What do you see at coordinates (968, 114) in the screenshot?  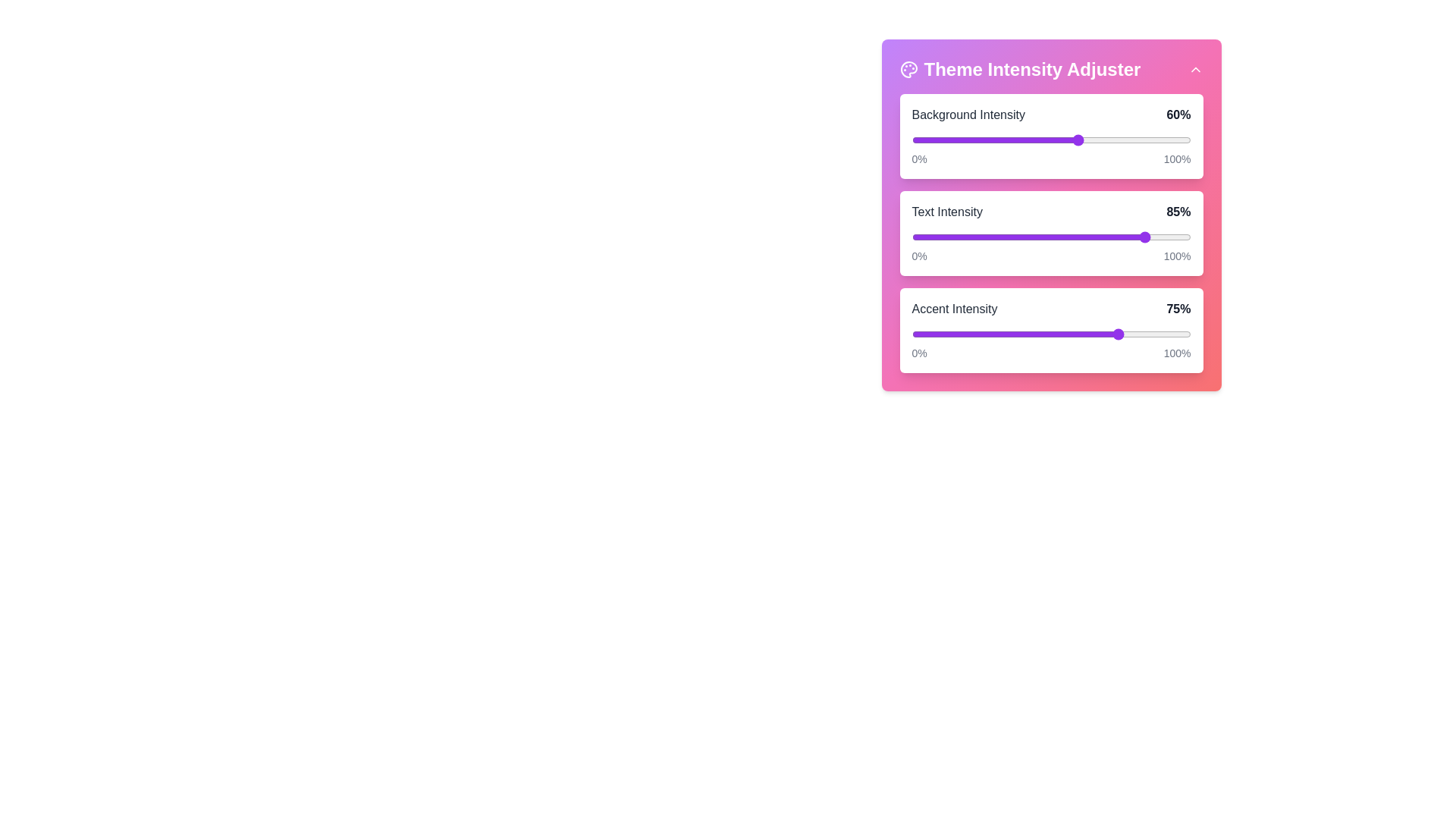 I see `the static text label displaying 'Background Intensity', styled with medium font weight and gray color, located in the theme settings section` at bounding box center [968, 114].